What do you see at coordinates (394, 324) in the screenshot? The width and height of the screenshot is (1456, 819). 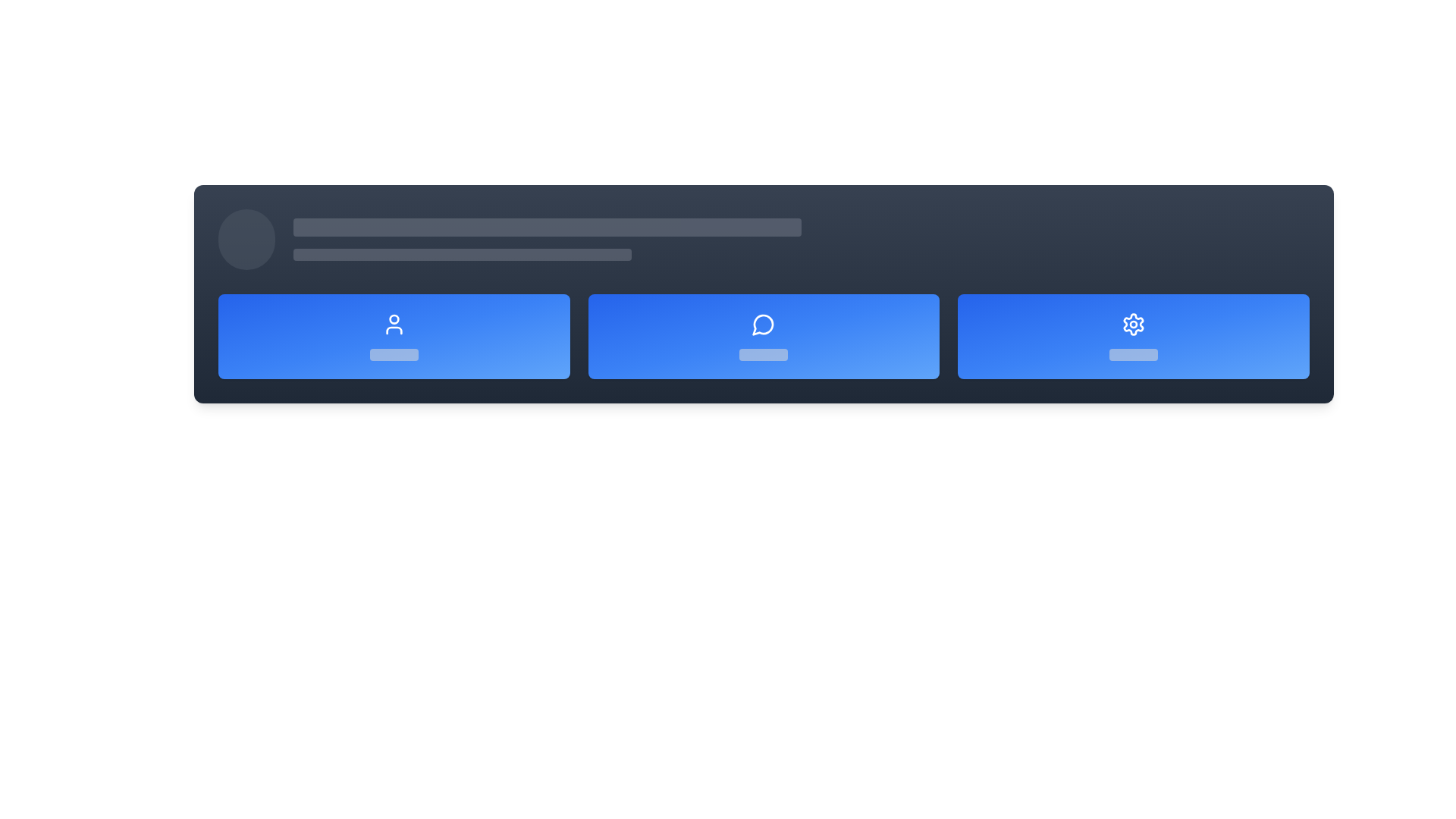 I see `the user icon, which is a stylized figure with a circle head and rounded arch body, located in the center of the leftmost blue gradient button` at bounding box center [394, 324].